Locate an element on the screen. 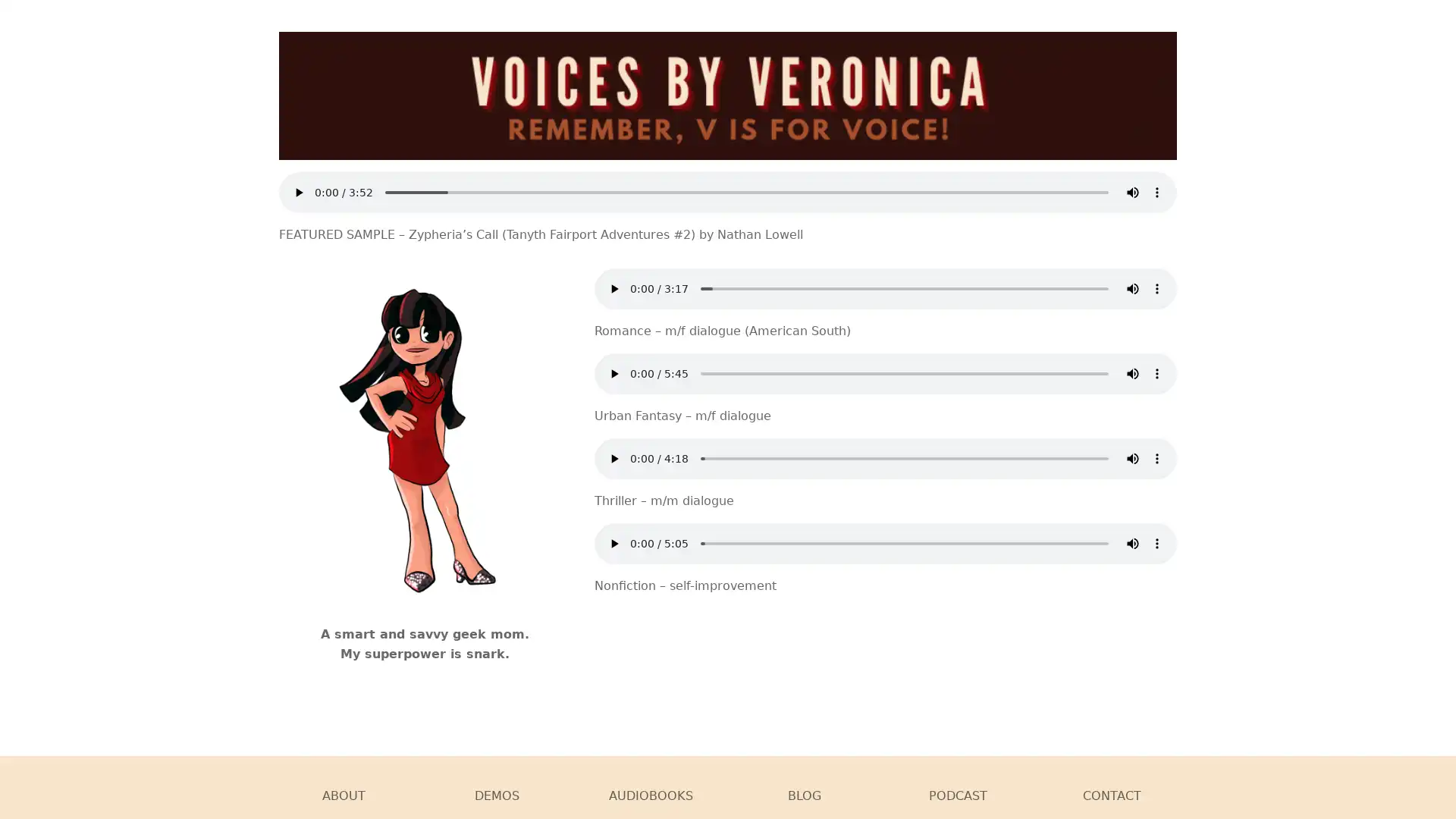 The height and width of the screenshot is (819, 1456). play is located at coordinates (298, 192).